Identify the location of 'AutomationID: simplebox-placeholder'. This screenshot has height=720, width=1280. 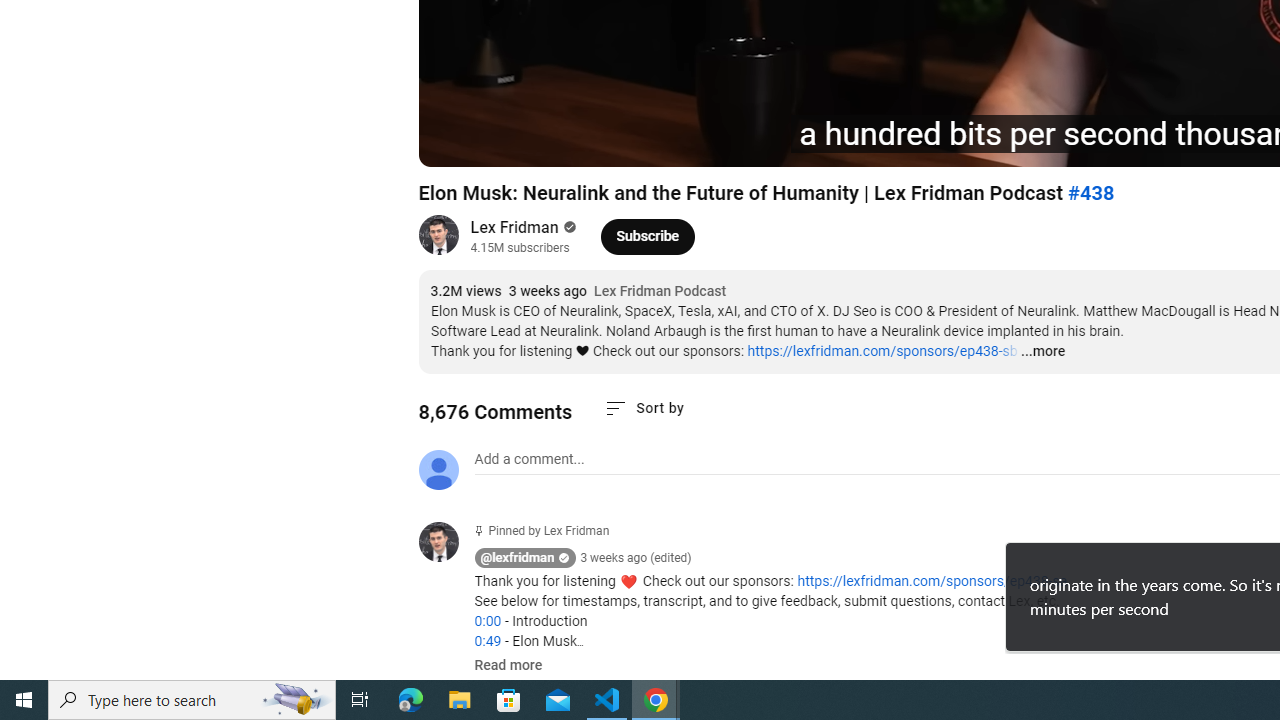
(529, 459).